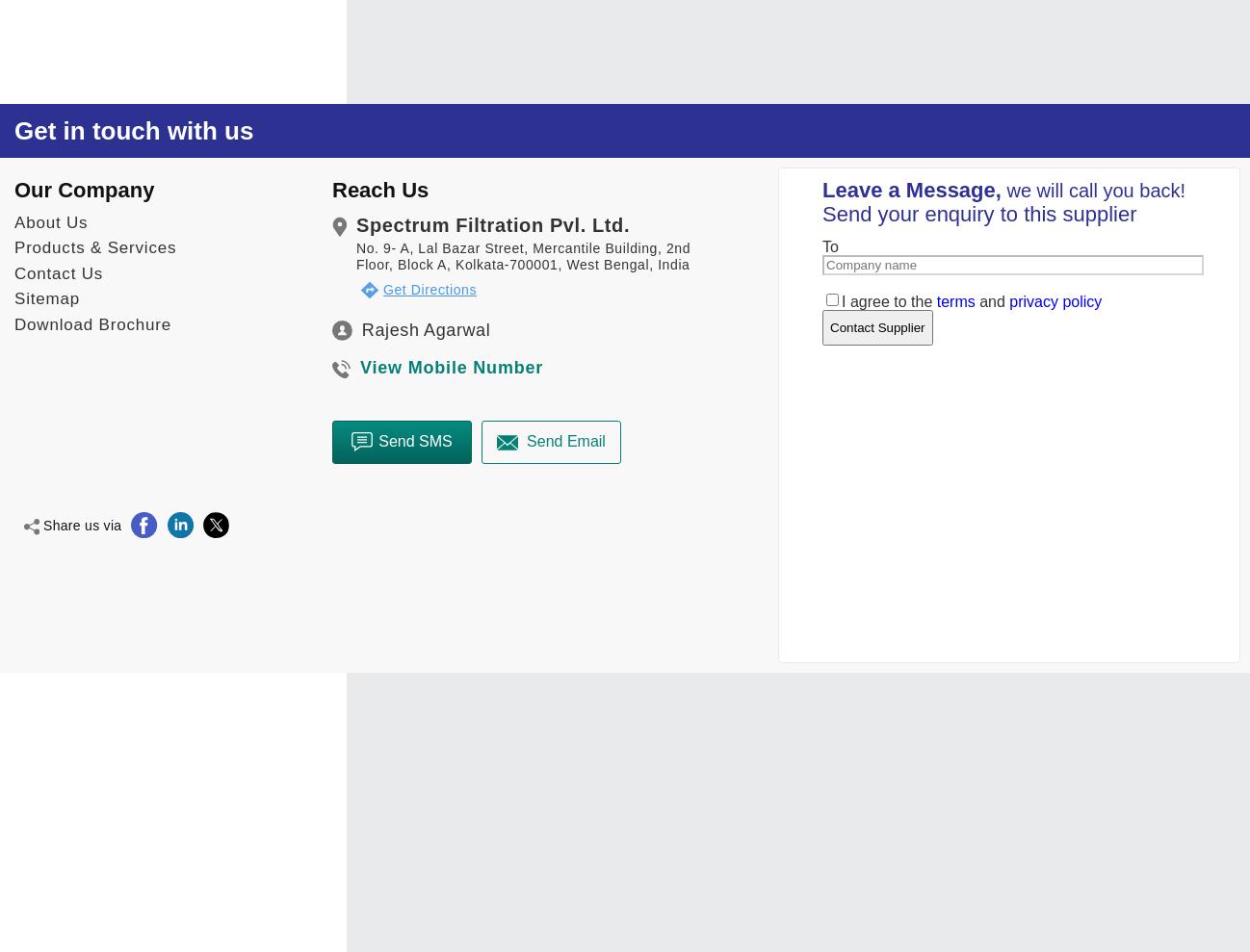  Describe the element at coordinates (955, 300) in the screenshot. I see `'terms'` at that location.